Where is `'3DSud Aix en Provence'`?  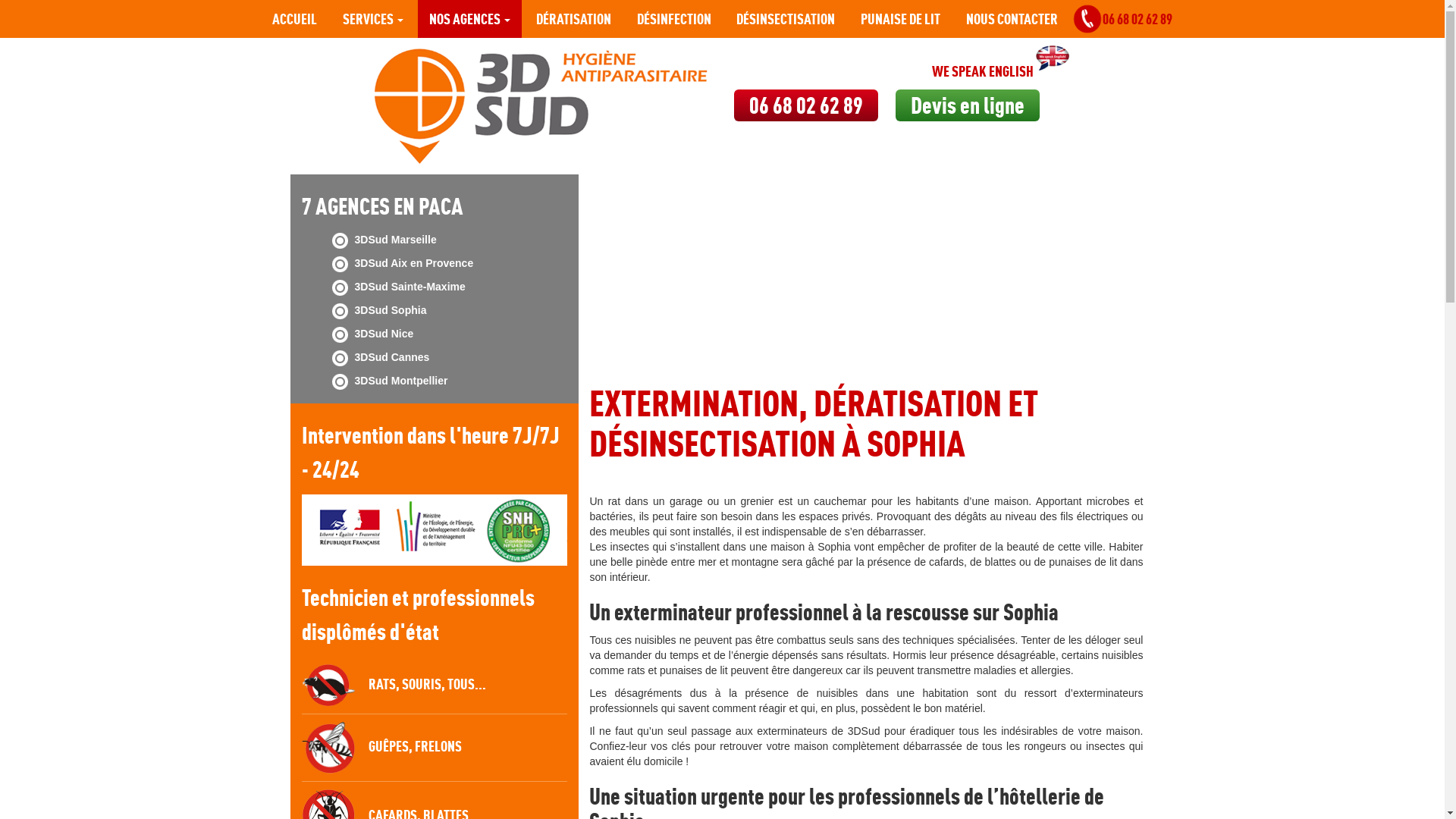 '3DSud Aix en Provence' is located at coordinates (414, 262).